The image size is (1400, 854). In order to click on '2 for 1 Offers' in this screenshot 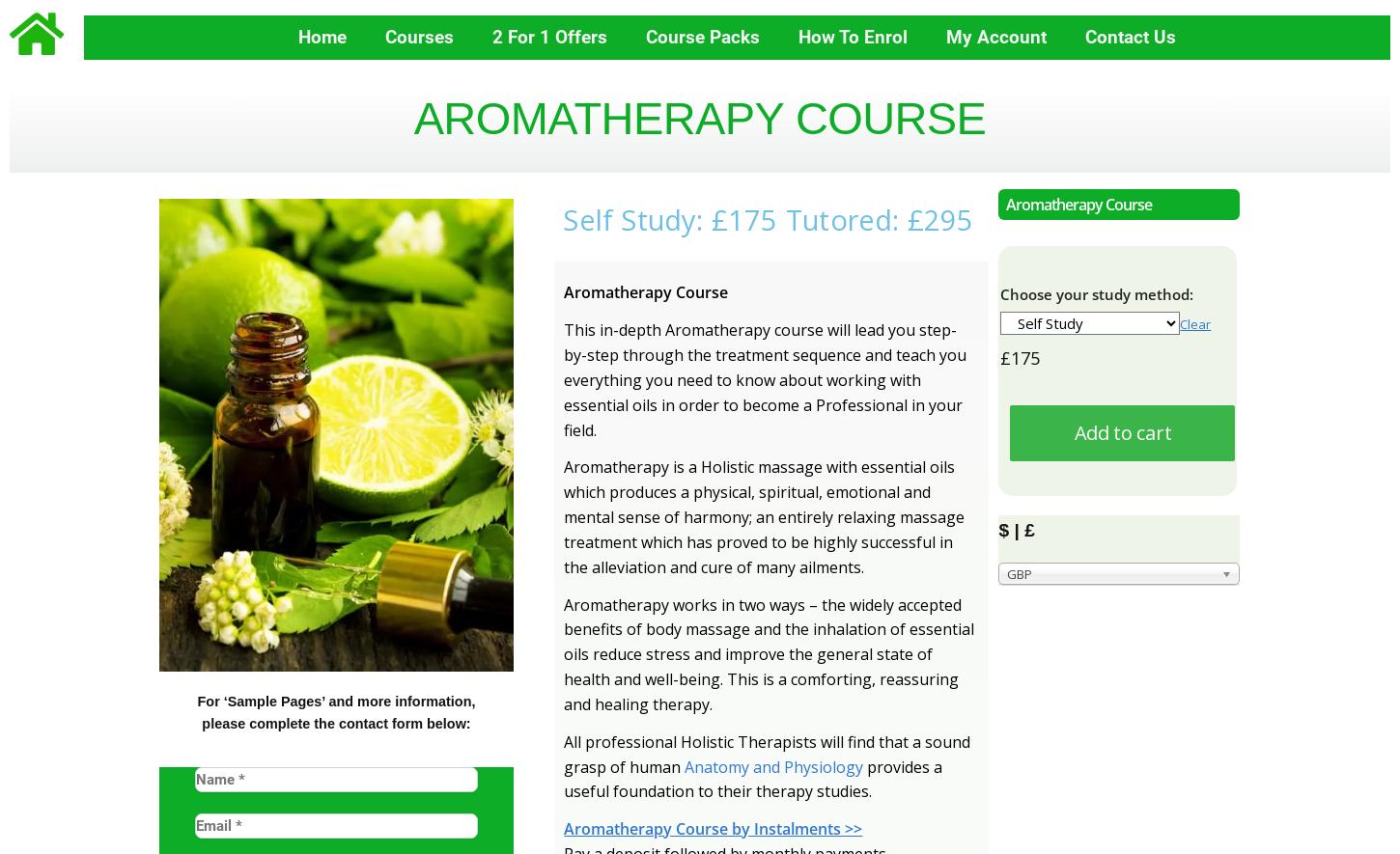, I will do `click(548, 36)`.